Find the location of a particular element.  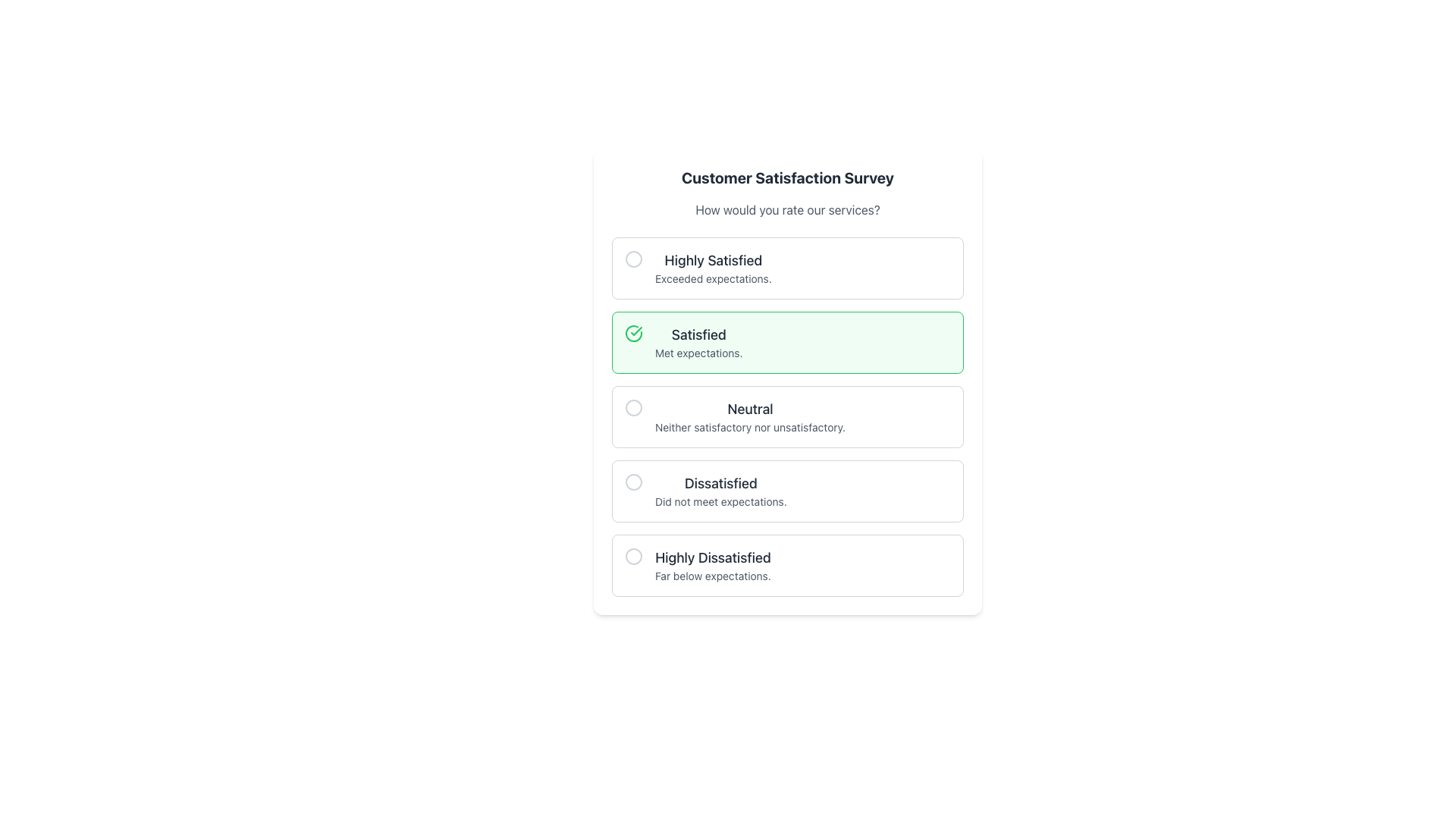

the text label that states 'Did not meet expectations.' located directly below the 'Dissatisfied' label in the customer satisfaction survey is located at coordinates (720, 502).